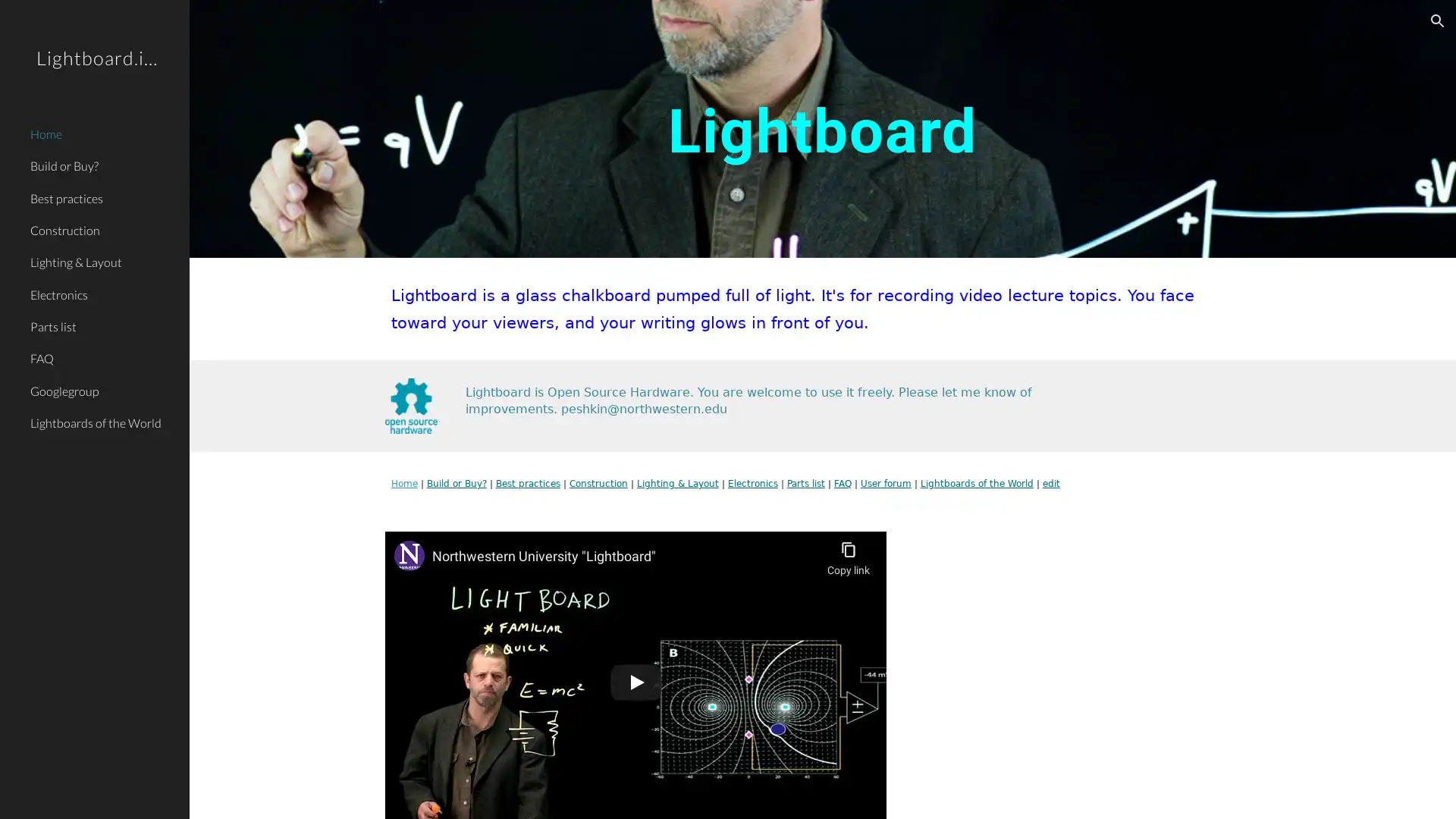 The image size is (1456, 819). What do you see at coordinates (372, 792) in the screenshot?
I see `Report abuse` at bounding box center [372, 792].